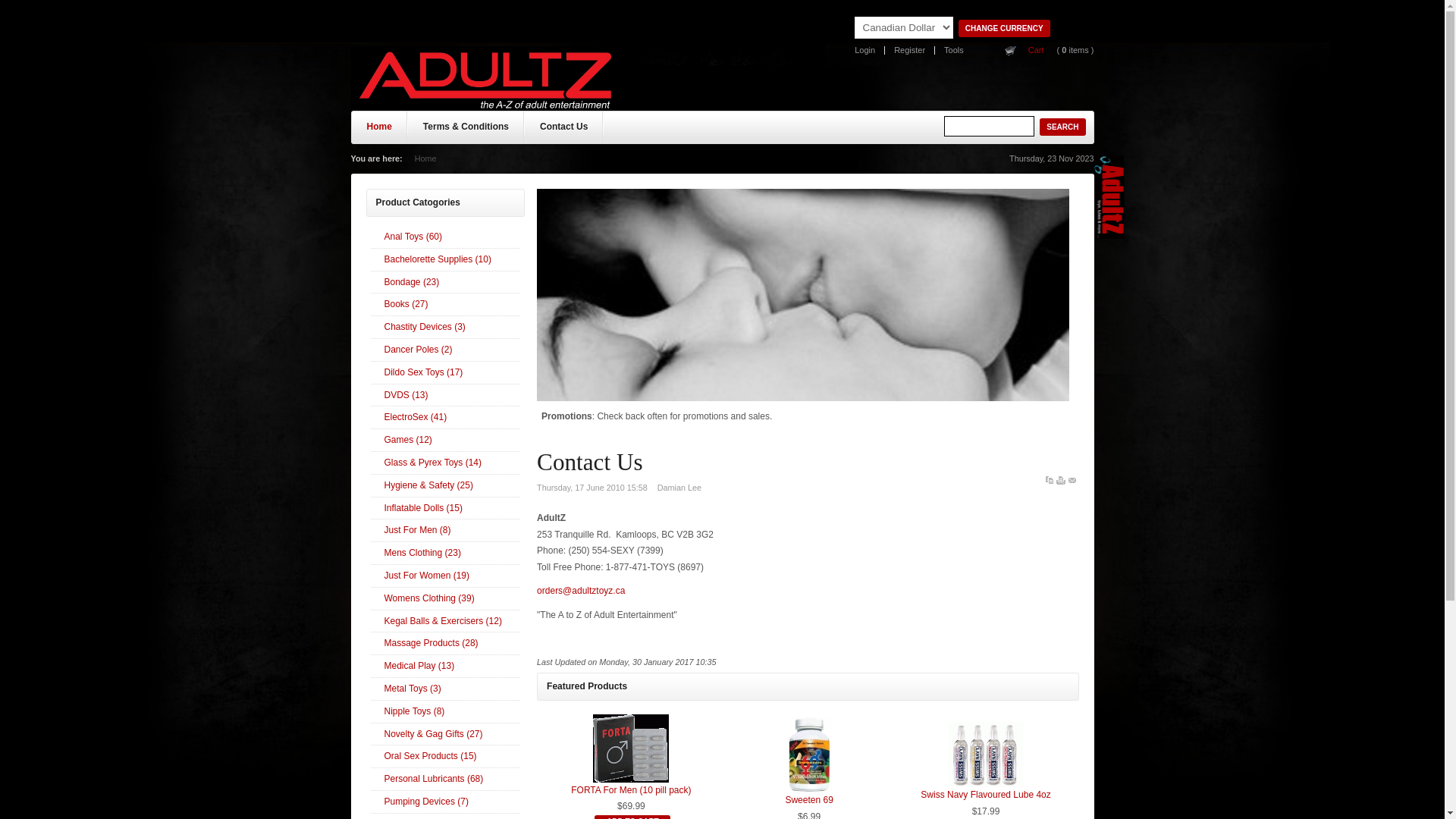 The image size is (1456, 819). I want to click on 'Womens Clothing (39)', so click(370, 598).